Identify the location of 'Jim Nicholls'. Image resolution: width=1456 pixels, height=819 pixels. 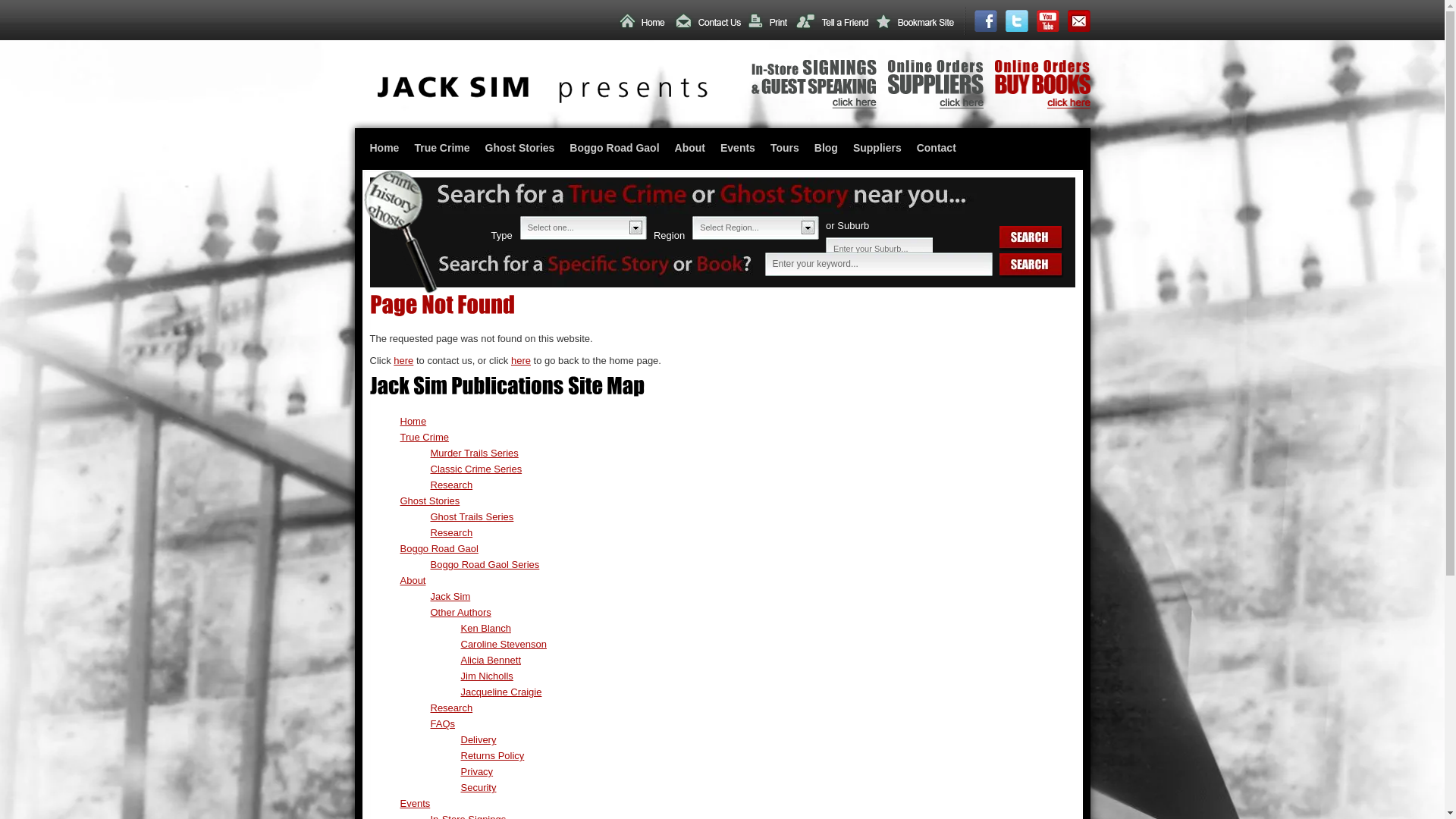
(487, 675).